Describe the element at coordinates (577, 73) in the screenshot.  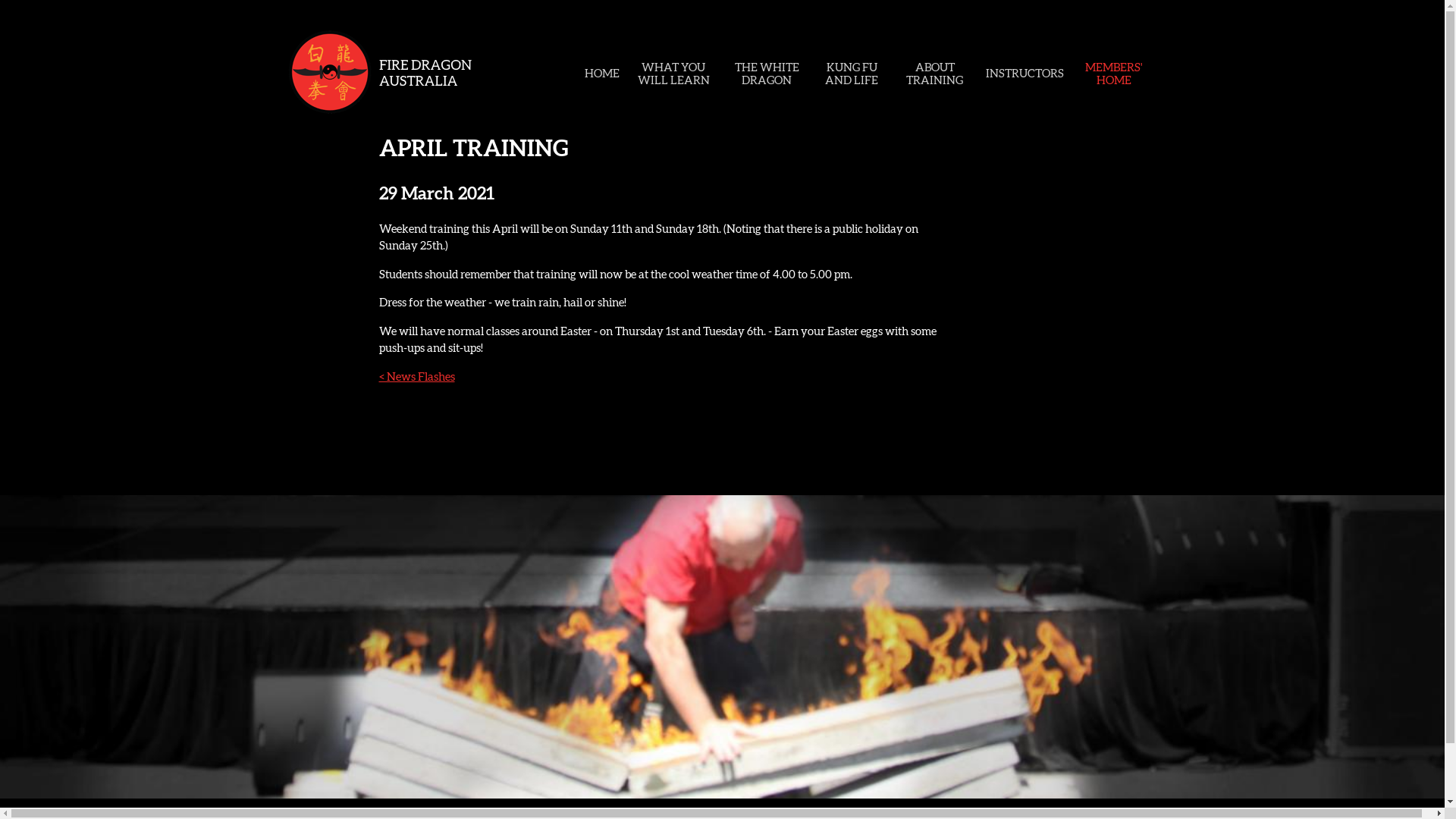
I see `'HOME'` at that location.